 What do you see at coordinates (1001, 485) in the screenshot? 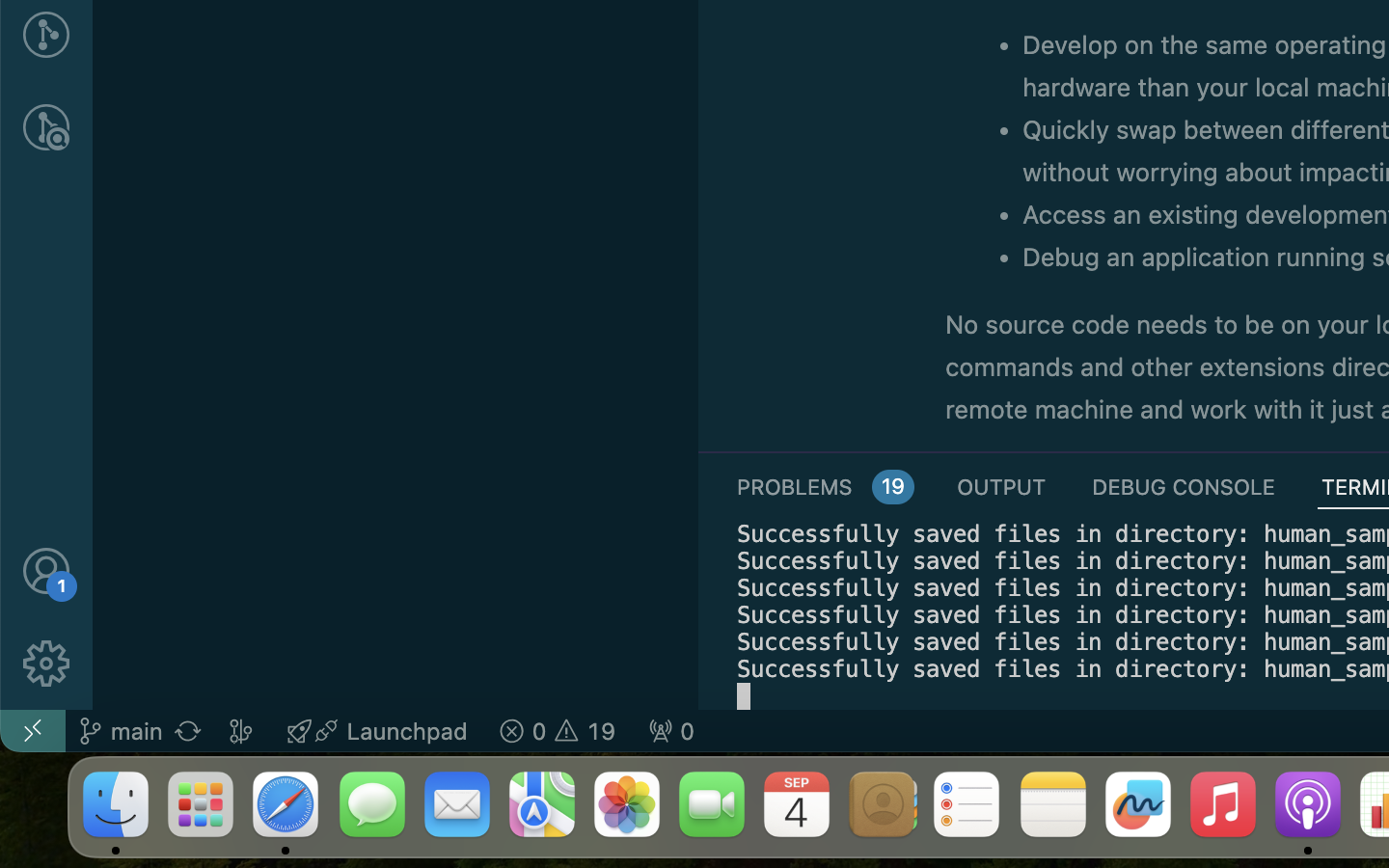
I see `'0 OUTPUT'` at bounding box center [1001, 485].